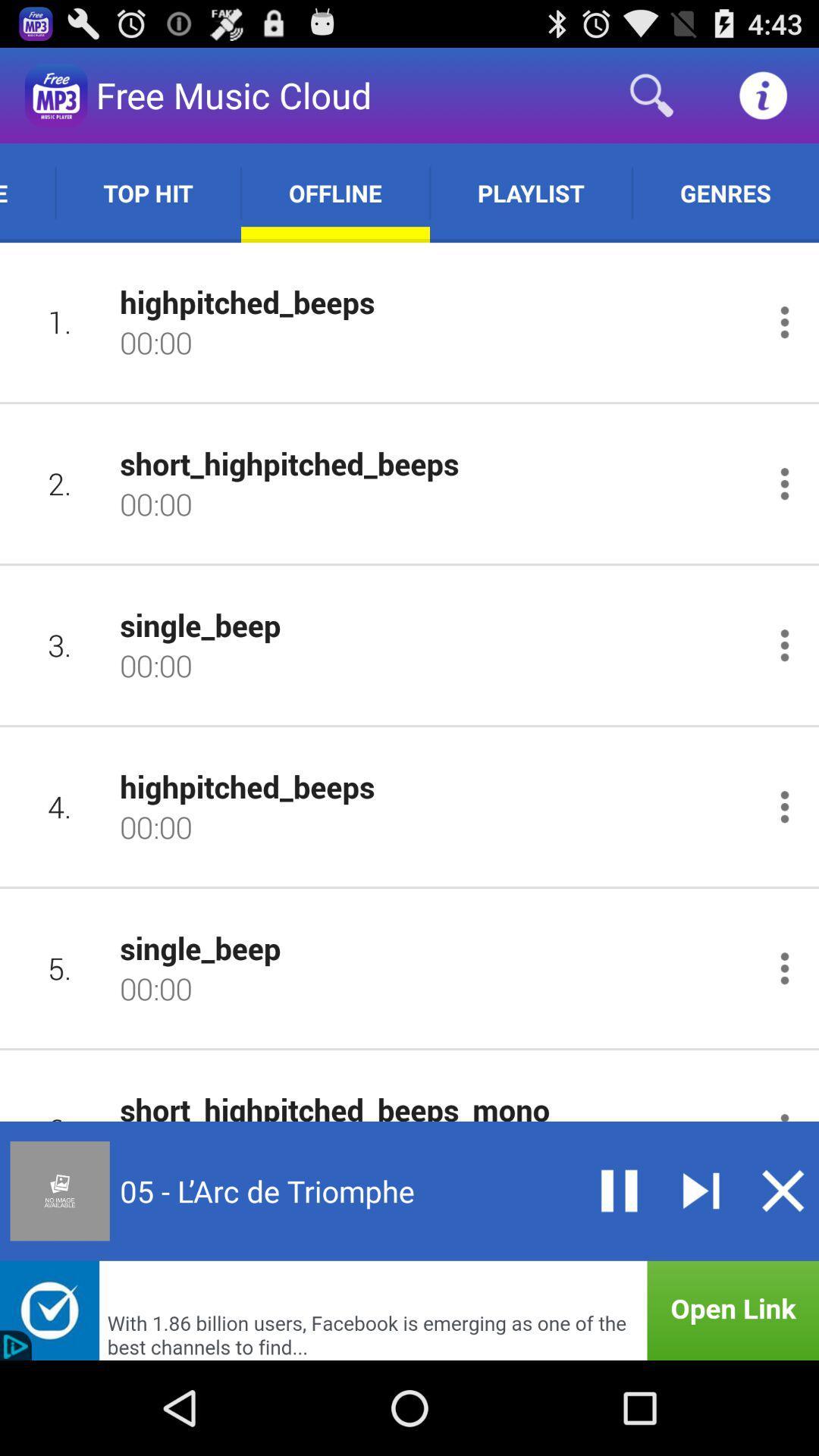 Image resolution: width=819 pixels, height=1456 pixels. I want to click on the icon above the genres icon, so click(763, 94).